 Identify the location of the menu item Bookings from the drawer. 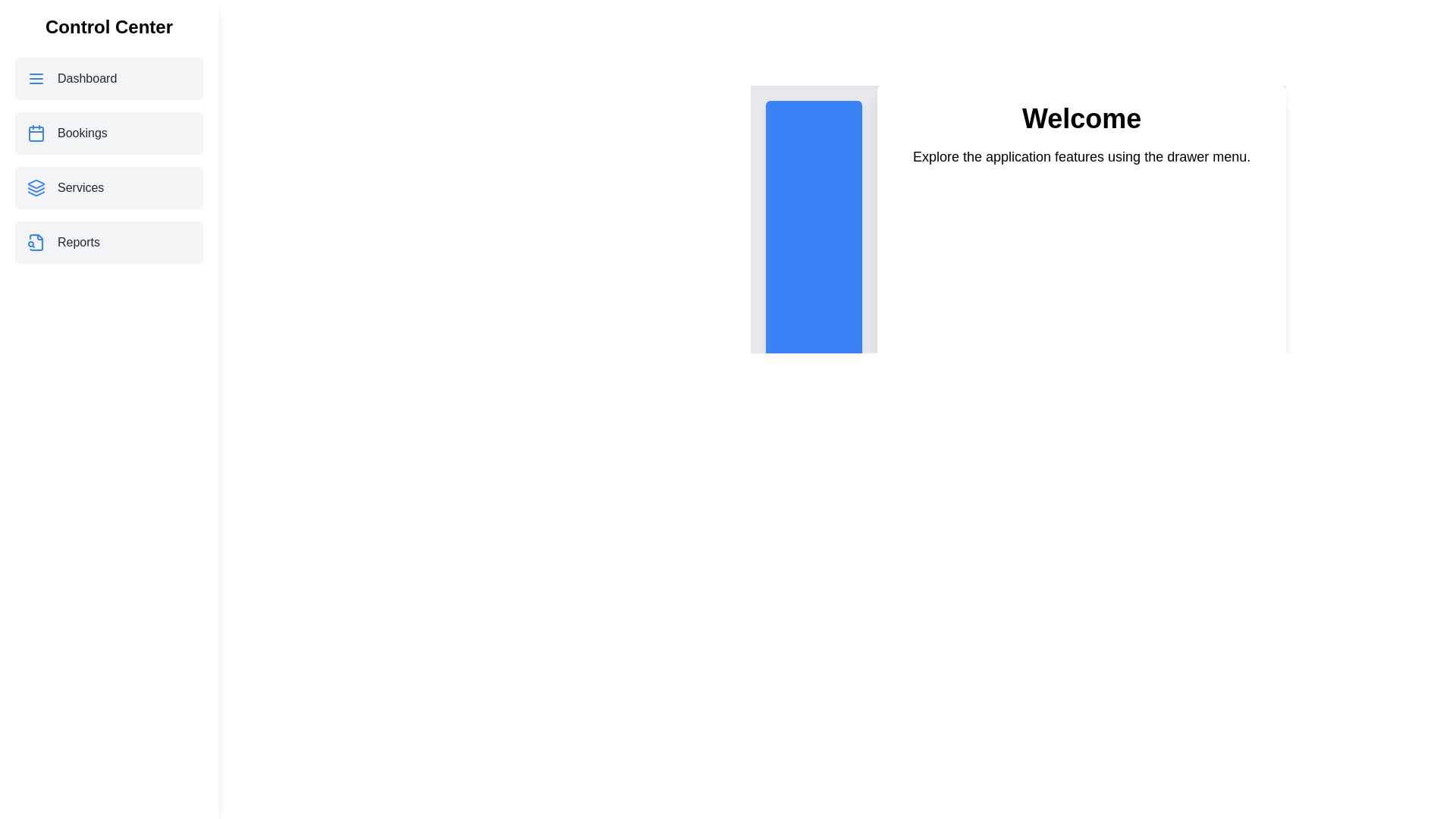
(108, 133).